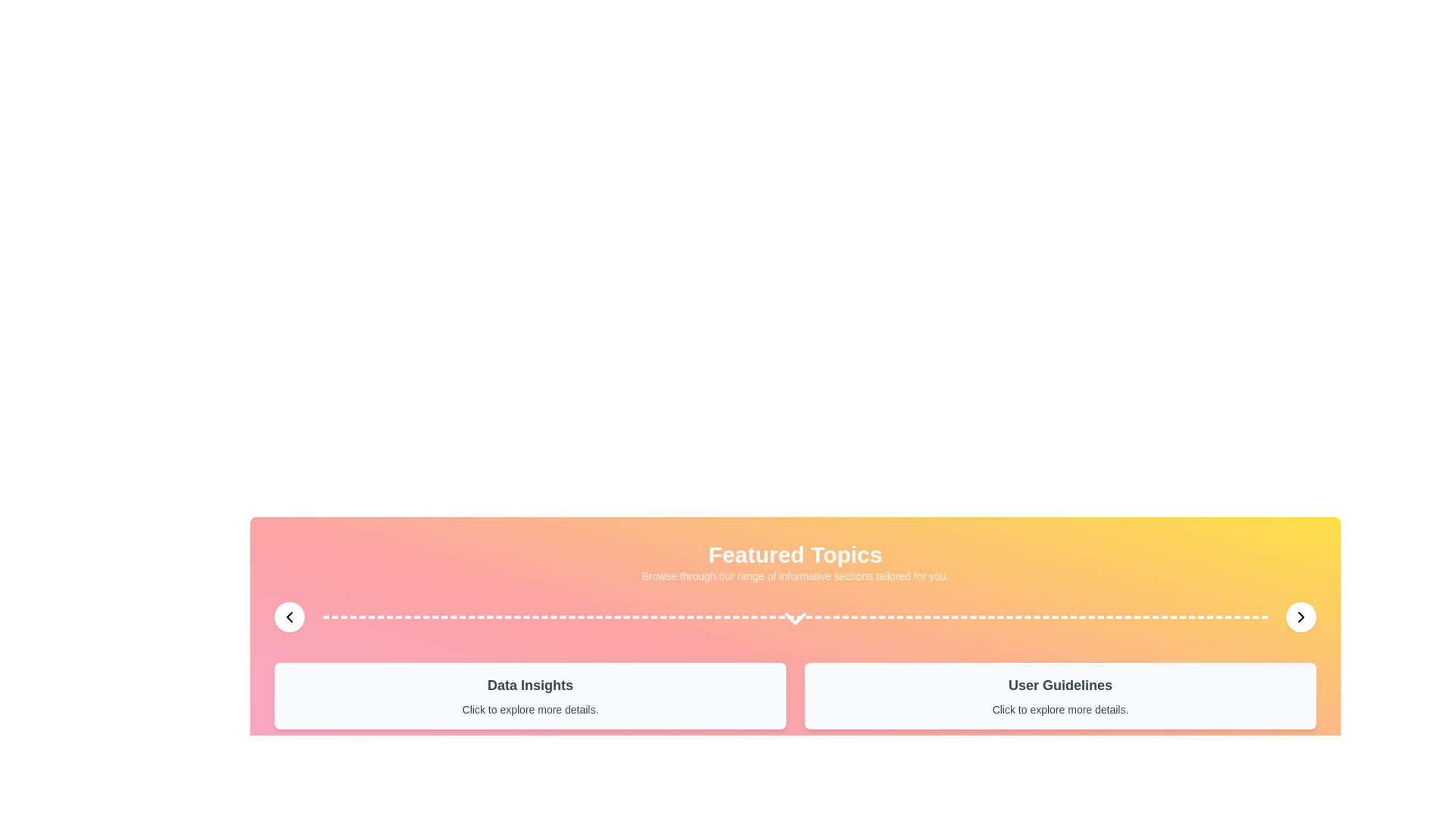 Image resolution: width=1456 pixels, height=819 pixels. I want to click on the text label that reads 'Click, so click(1059, 710).